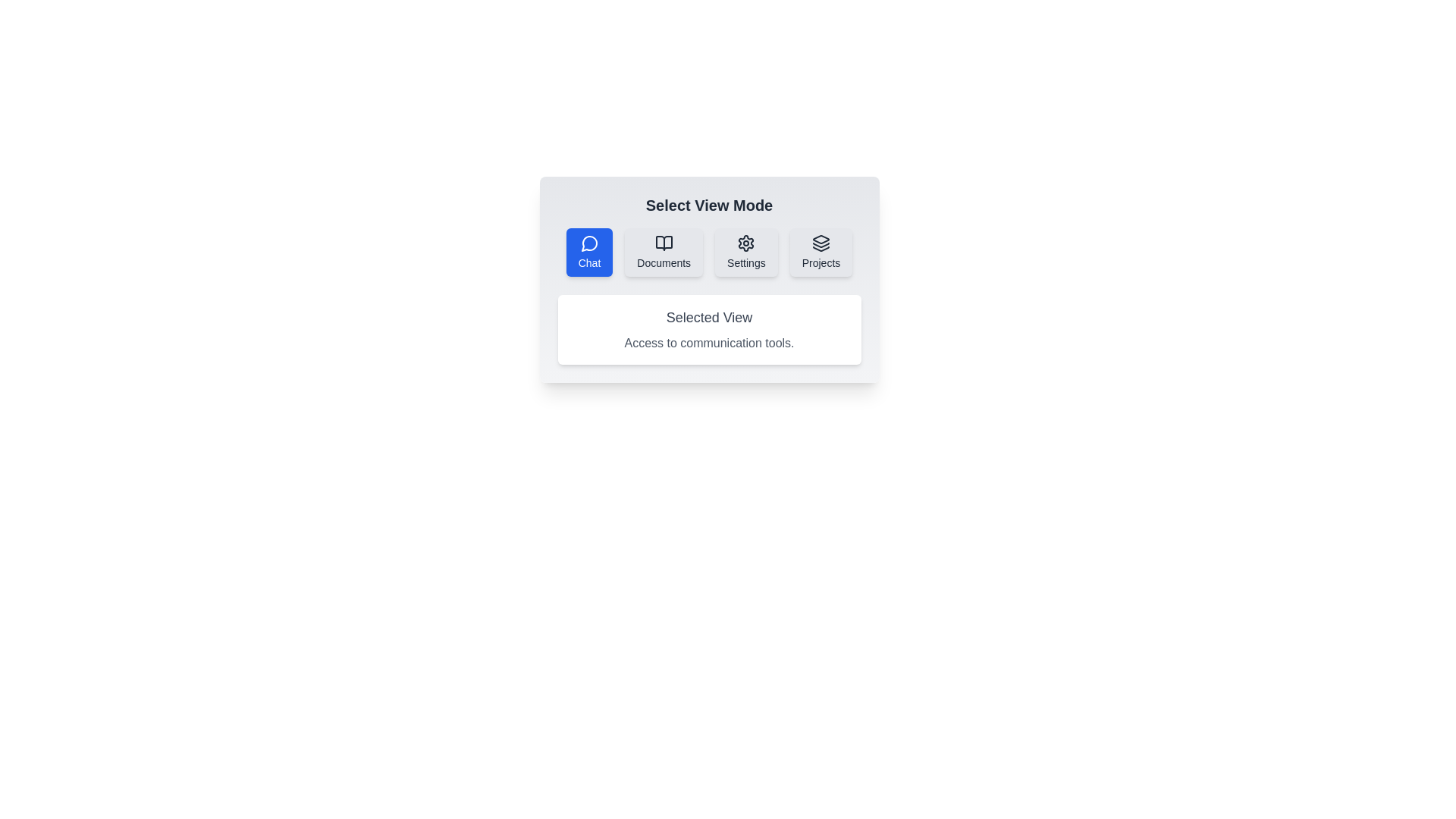  I want to click on the view mode by clicking on the button corresponding to Chat, so click(588, 251).